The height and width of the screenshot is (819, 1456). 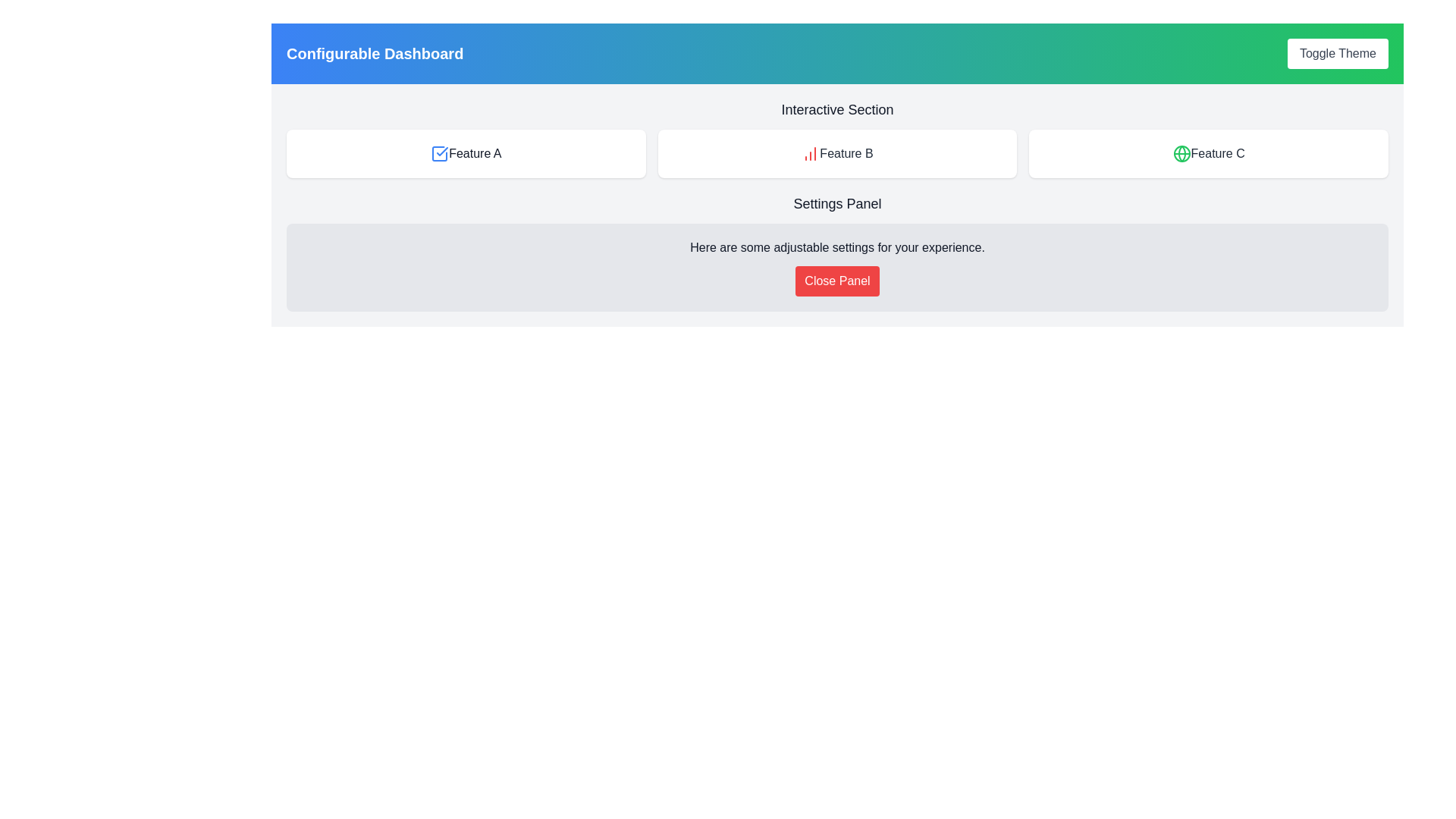 What do you see at coordinates (1181, 154) in the screenshot?
I see `the globe icon styled with a green color, which is located to the left of the text 'Feature C' in the third feature card` at bounding box center [1181, 154].